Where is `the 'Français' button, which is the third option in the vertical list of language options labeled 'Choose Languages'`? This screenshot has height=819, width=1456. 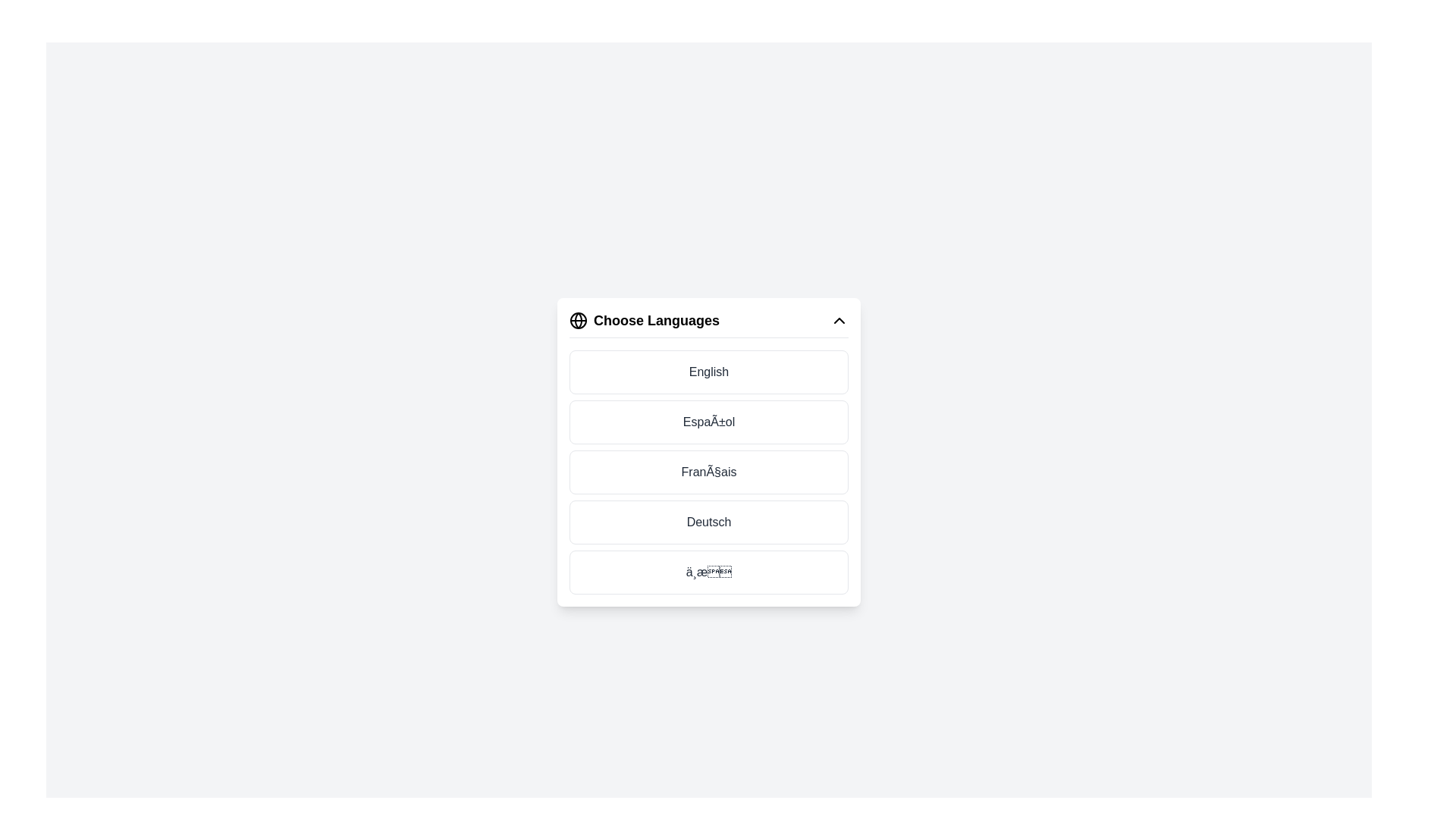 the 'Français' button, which is the third option in the vertical list of language options labeled 'Choose Languages' is located at coordinates (708, 471).